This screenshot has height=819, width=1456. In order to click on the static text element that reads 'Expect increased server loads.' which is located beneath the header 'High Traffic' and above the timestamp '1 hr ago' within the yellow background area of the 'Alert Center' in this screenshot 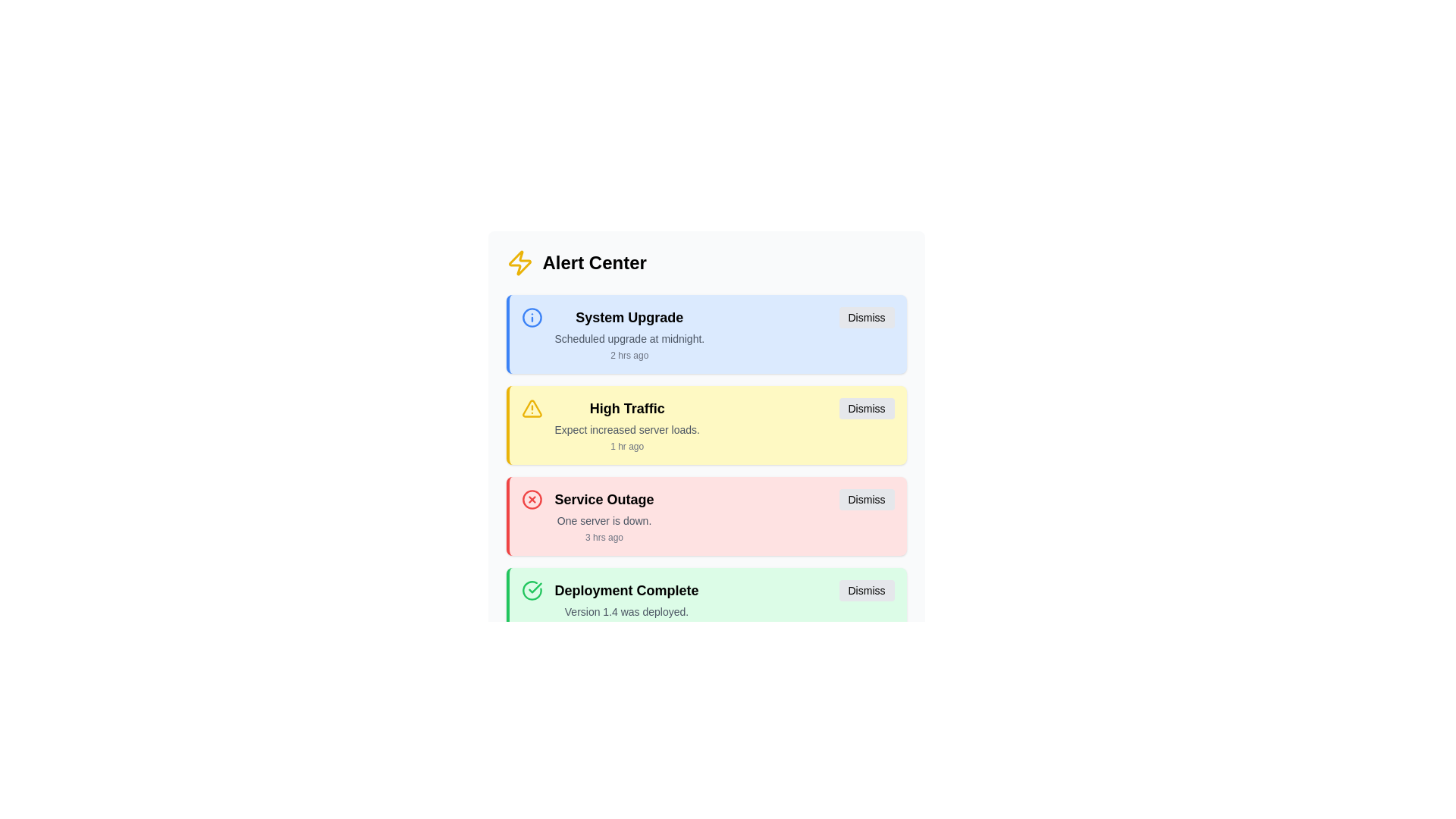, I will do `click(627, 430)`.